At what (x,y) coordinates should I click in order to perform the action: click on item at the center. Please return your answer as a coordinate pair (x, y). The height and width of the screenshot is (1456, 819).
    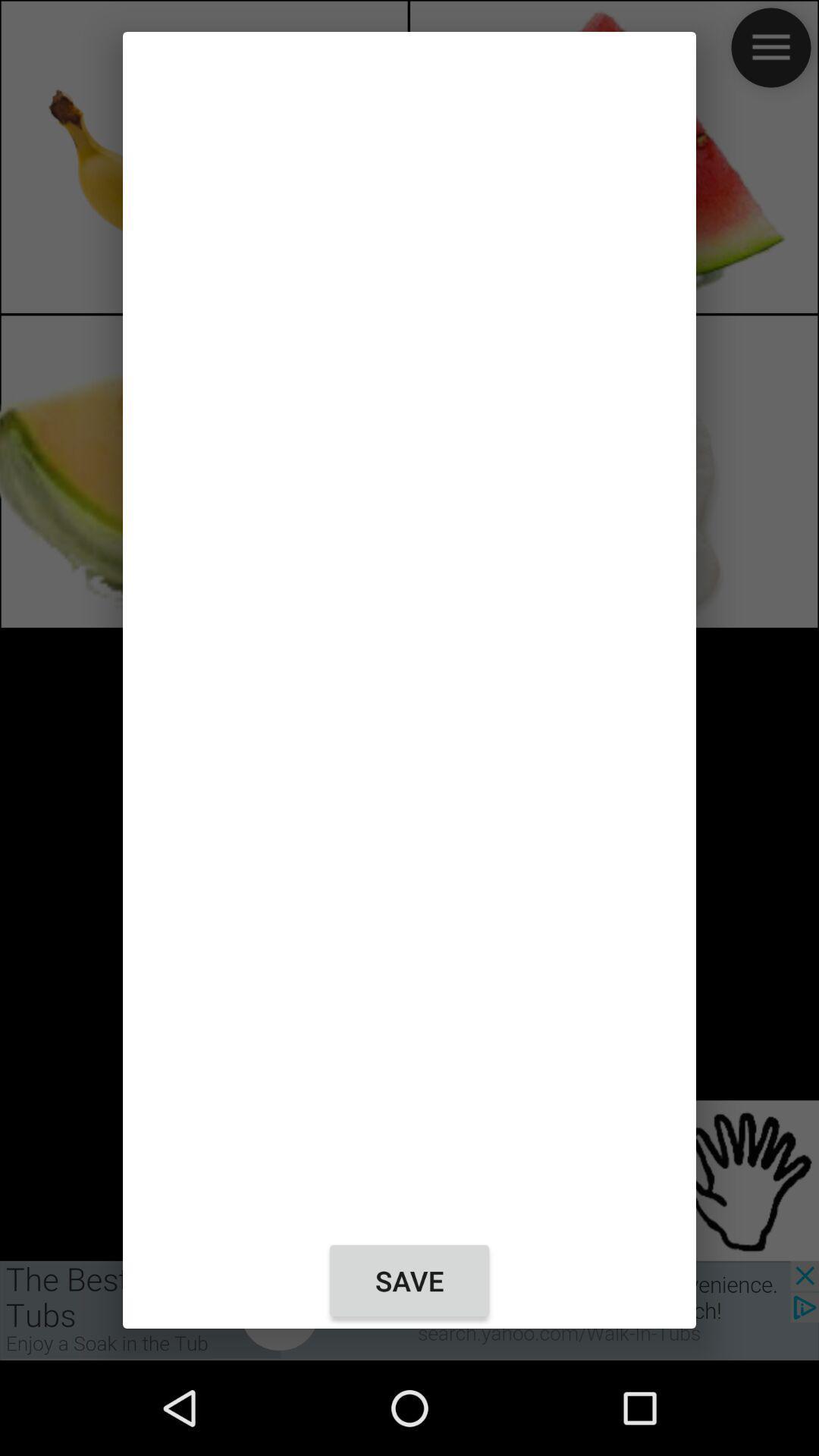
    Looking at the image, I should click on (409, 632).